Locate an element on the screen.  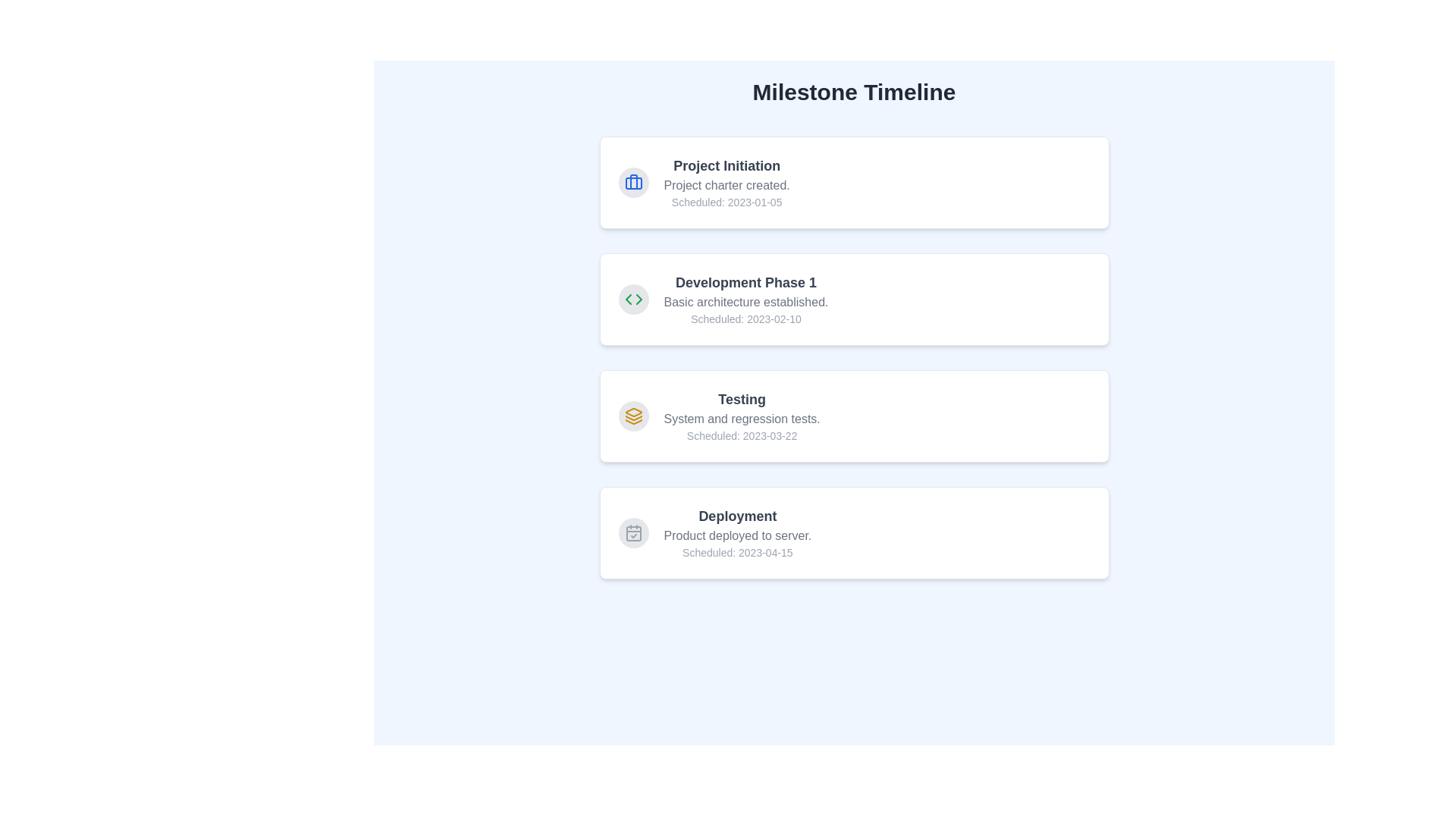
the non-interactive text label providing details about the milestone 'Project Initiation', located below the header and above the scheduled information is located at coordinates (726, 185).